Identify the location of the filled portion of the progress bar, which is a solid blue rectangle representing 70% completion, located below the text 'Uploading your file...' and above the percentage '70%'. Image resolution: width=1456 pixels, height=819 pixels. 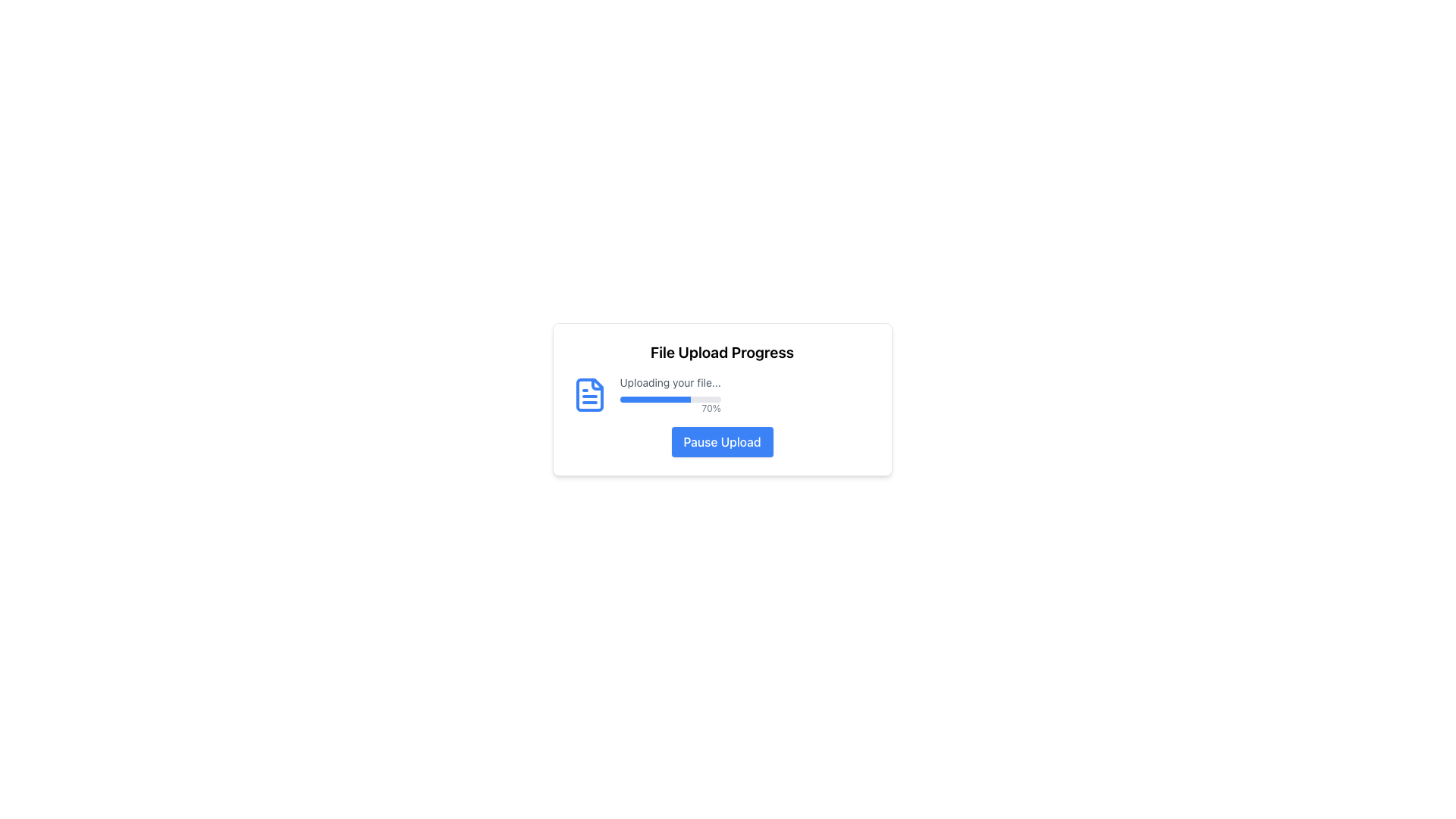
(655, 399).